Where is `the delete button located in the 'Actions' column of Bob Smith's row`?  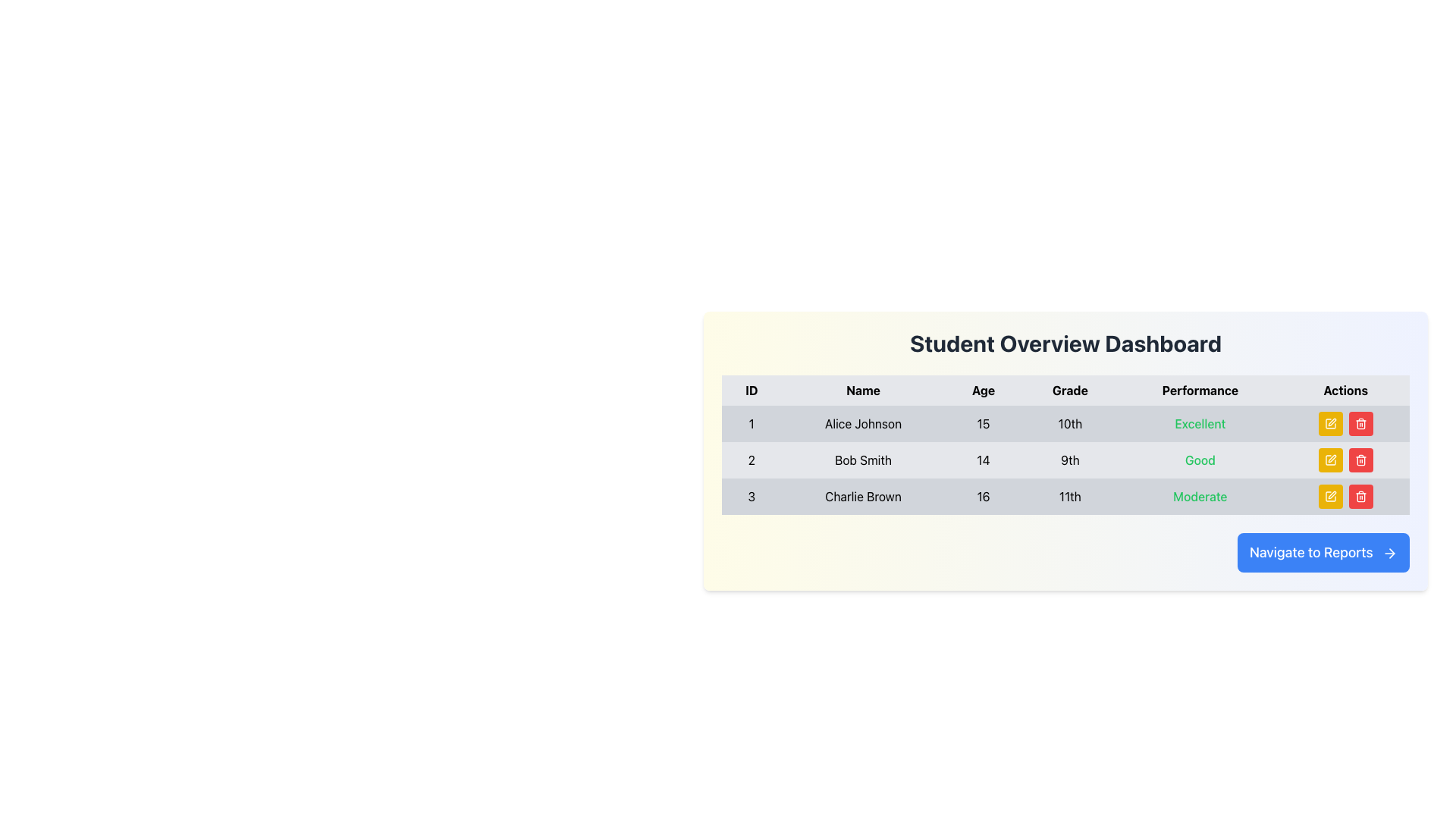 the delete button located in the 'Actions' column of Bob Smith's row is located at coordinates (1360, 459).